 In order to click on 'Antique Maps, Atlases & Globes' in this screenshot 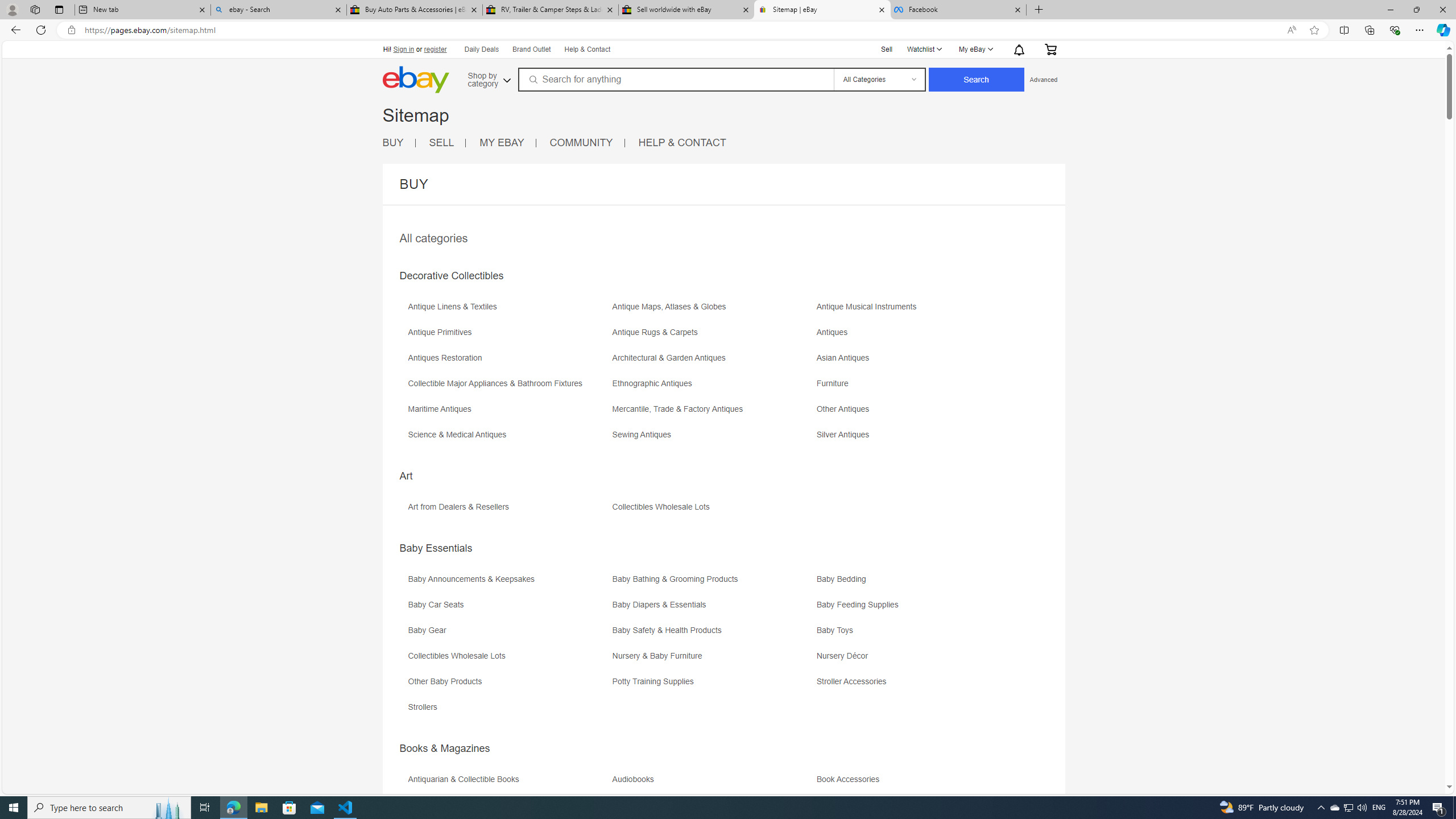, I will do `click(672, 307)`.